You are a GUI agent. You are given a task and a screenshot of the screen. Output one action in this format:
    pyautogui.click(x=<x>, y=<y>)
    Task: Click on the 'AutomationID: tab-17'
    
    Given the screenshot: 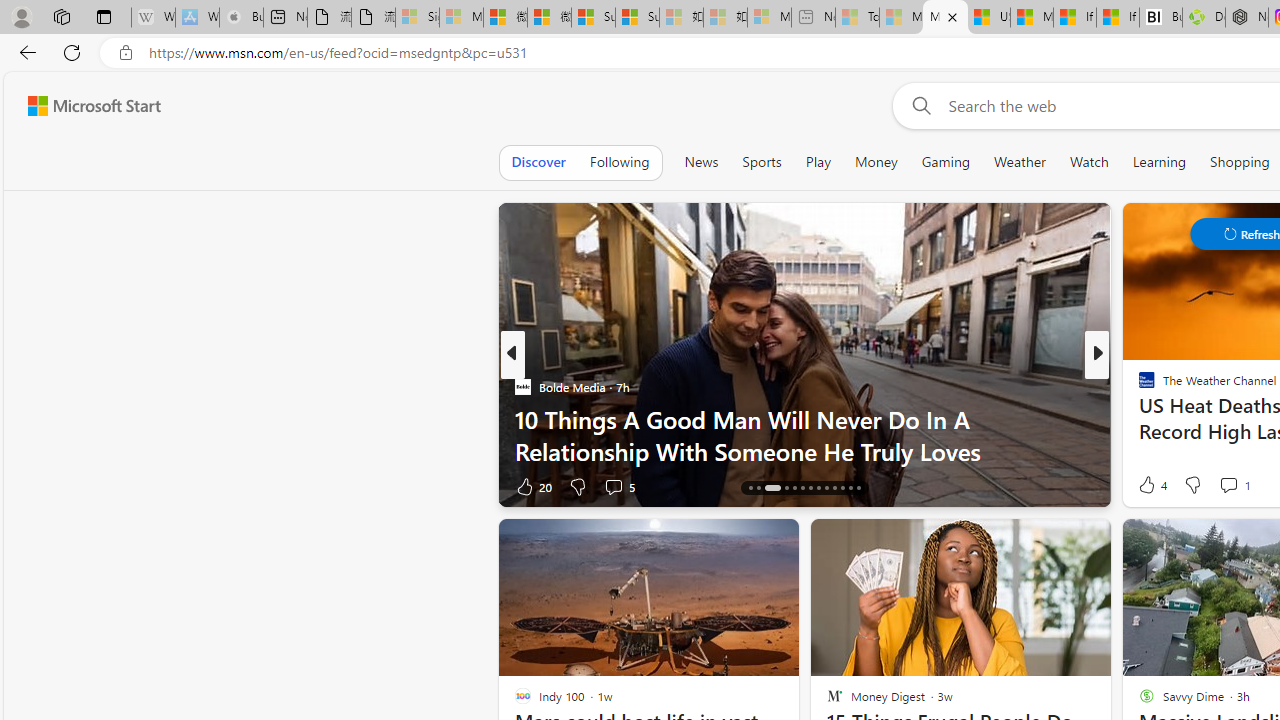 What is the action you would take?
    pyautogui.click(x=785, y=488)
    